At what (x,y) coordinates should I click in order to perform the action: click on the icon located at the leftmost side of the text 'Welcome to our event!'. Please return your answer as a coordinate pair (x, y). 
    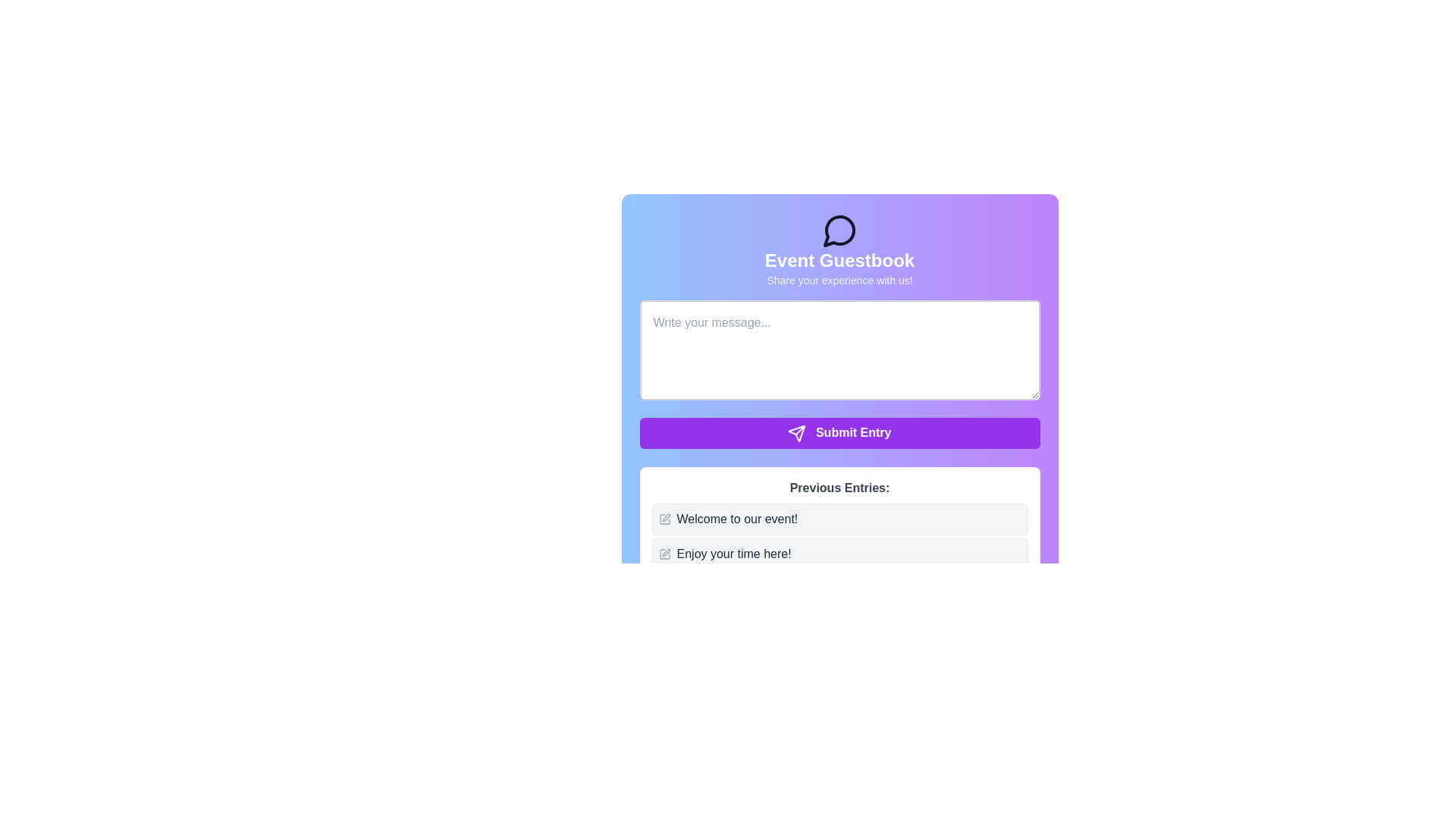
    Looking at the image, I should click on (664, 518).